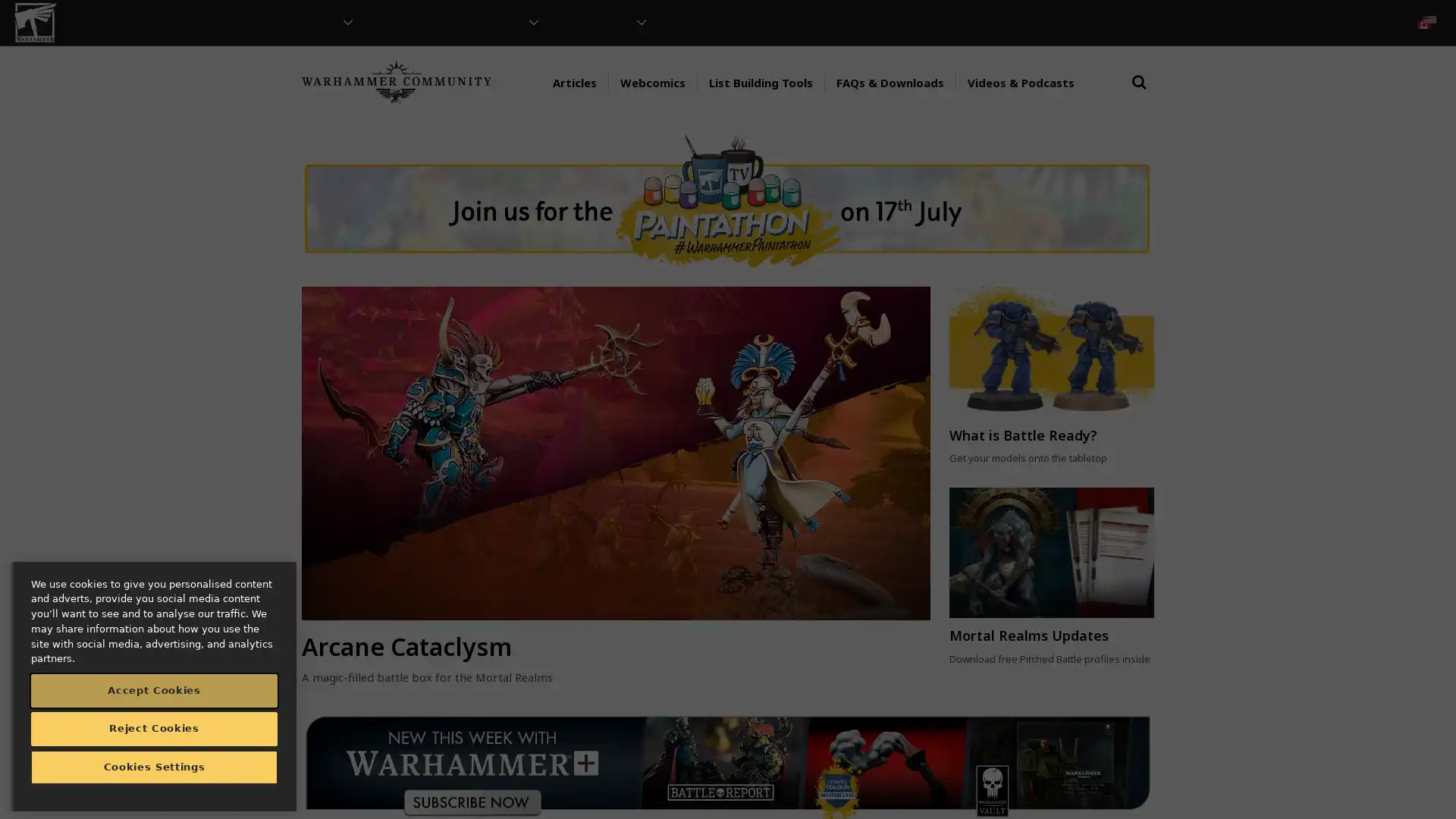  What do you see at coordinates (154, 690) in the screenshot?
I see `Accept Cookies` at bounding box center [154, 690].